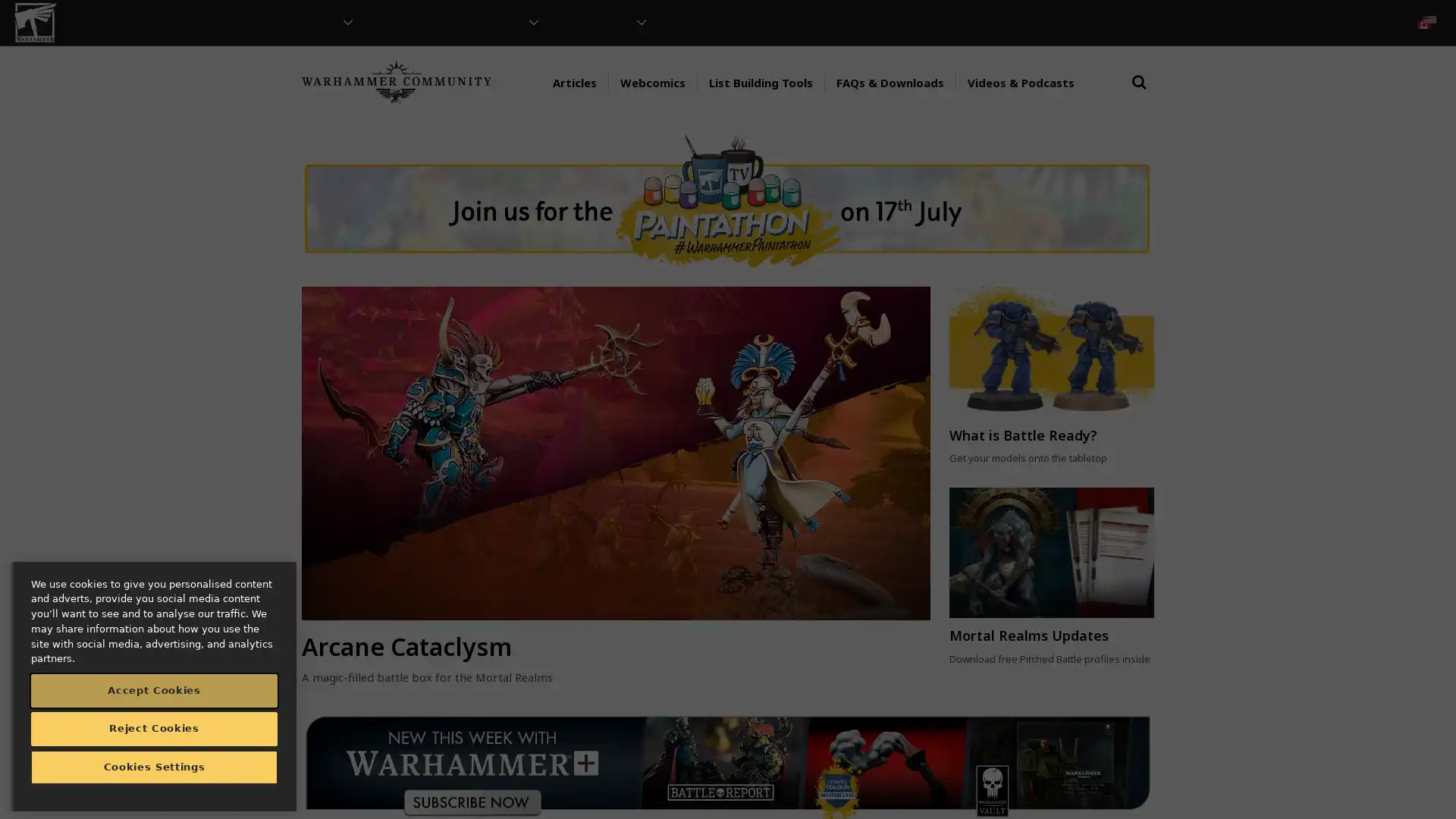  What do you see at coordinates (154, 690) in the screenshot?
I see `Accept Cookies` at bounding box center [154, 690].